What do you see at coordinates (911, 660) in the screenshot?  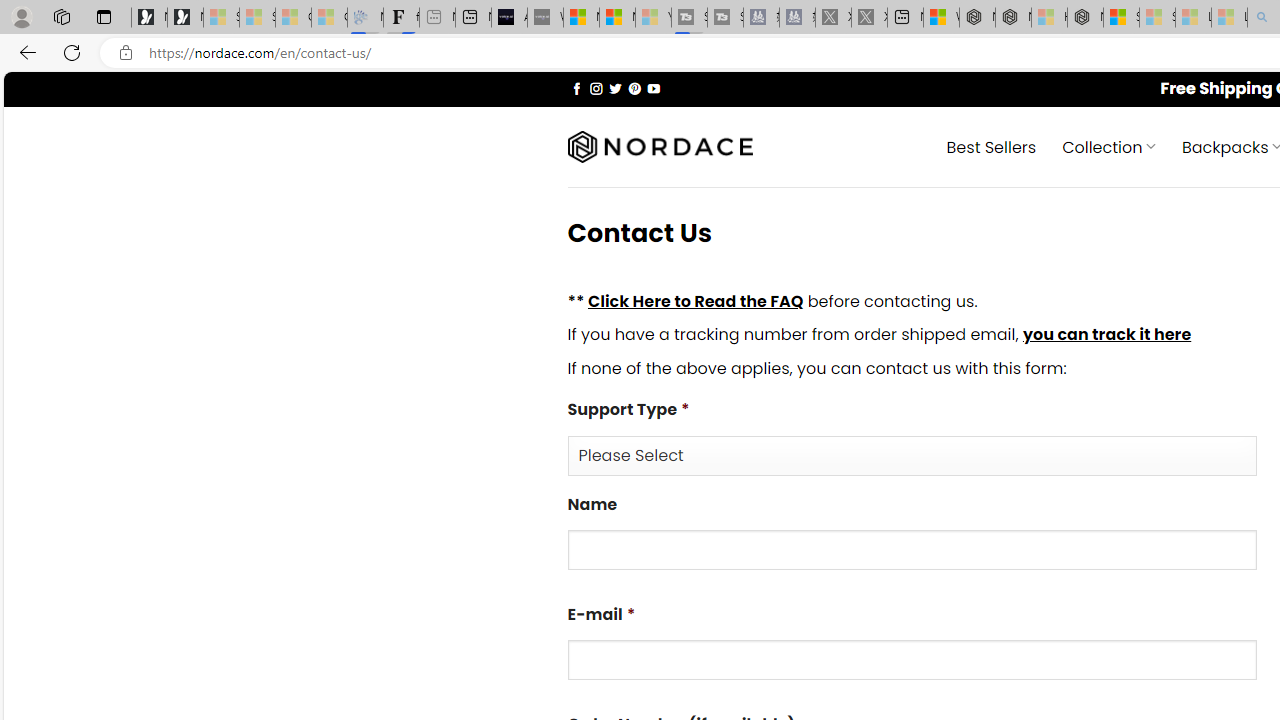 I see `'E-mail*'` at bounding box center [911, 660].